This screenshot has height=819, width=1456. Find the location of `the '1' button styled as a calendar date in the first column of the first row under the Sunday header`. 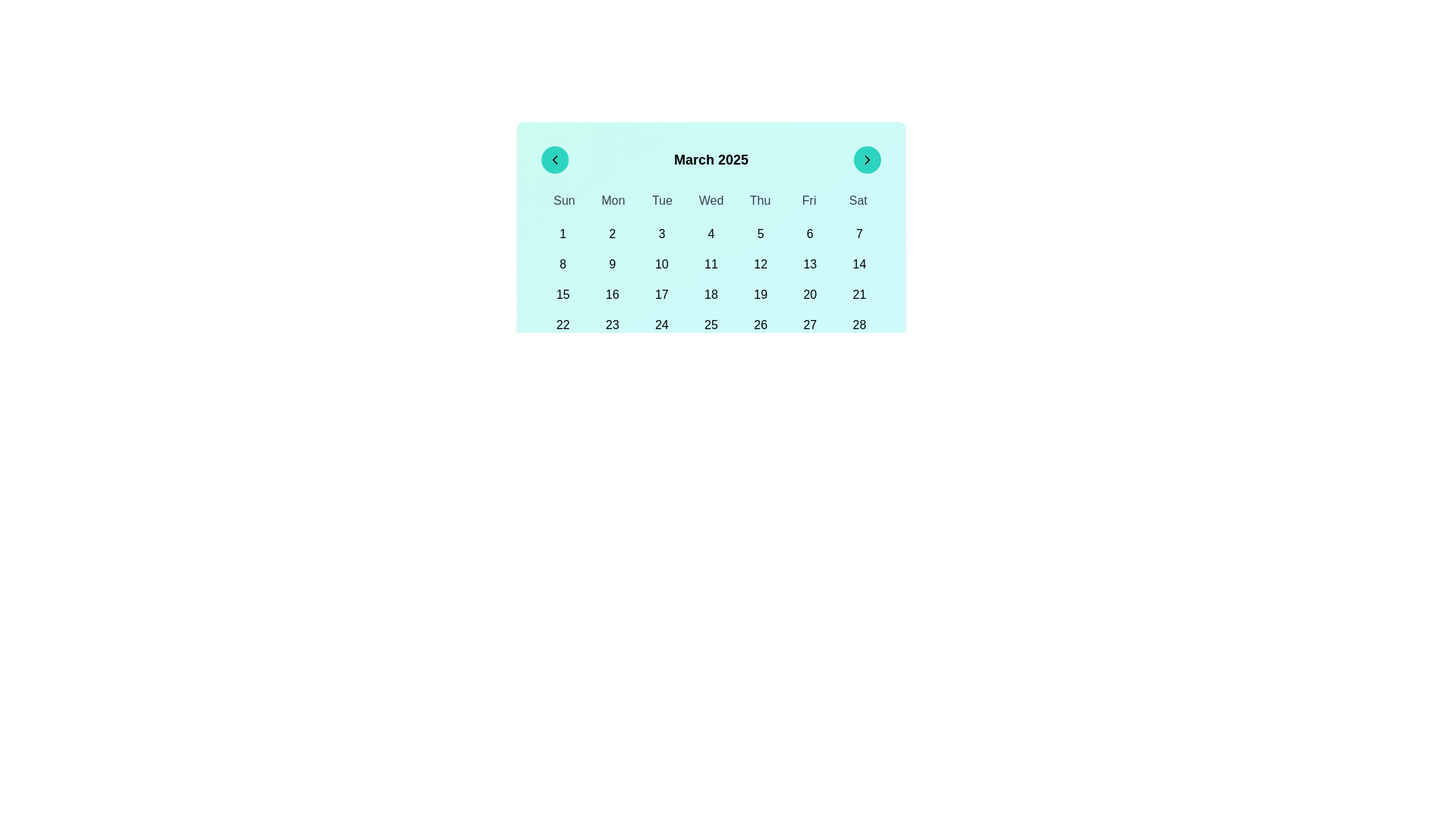

the '1' button styled as a calendar date in the first column of the first row under the Sunday header is located at coordinates (562, 234).